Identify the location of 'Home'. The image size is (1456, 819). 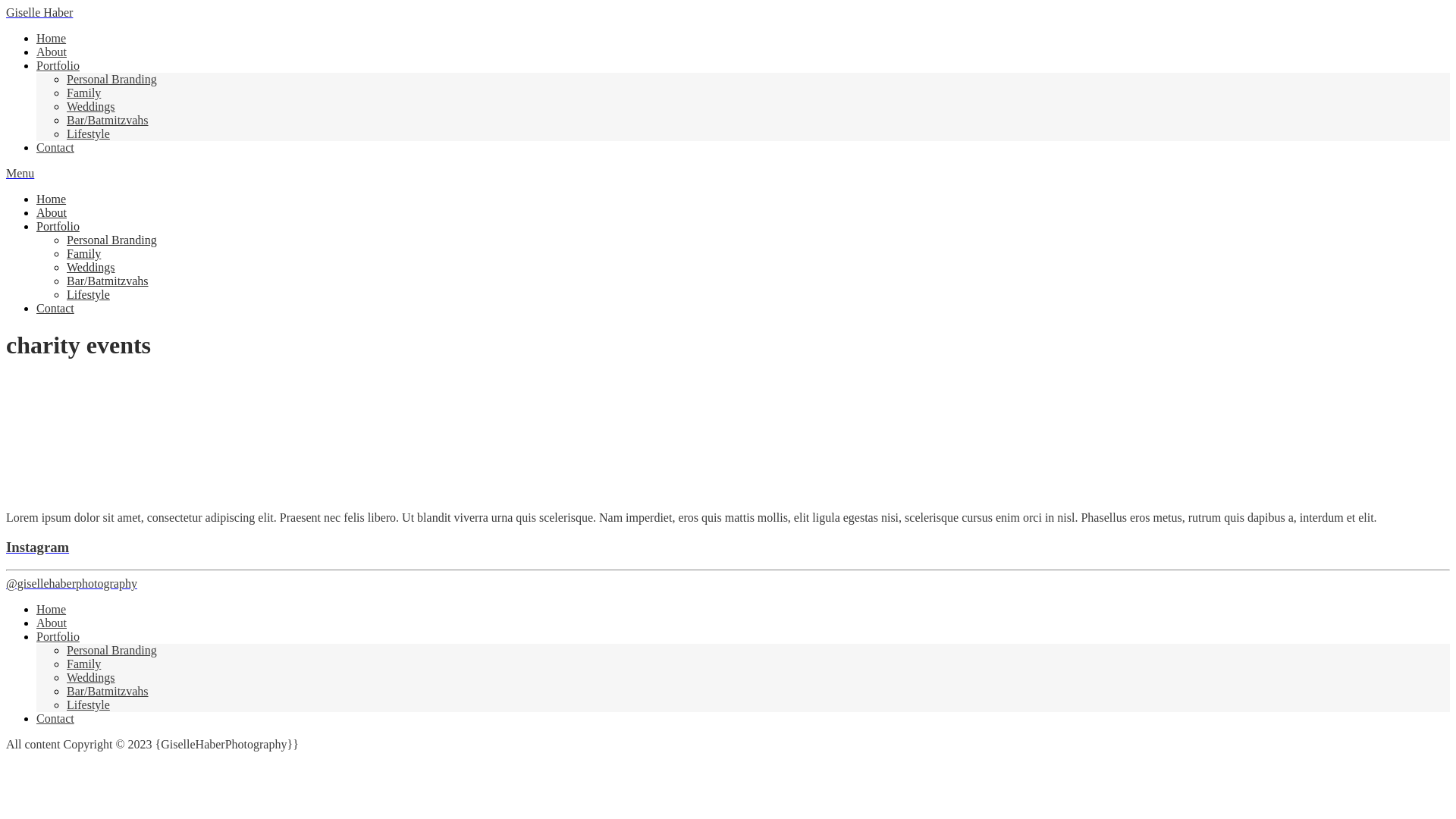
(51, 37).